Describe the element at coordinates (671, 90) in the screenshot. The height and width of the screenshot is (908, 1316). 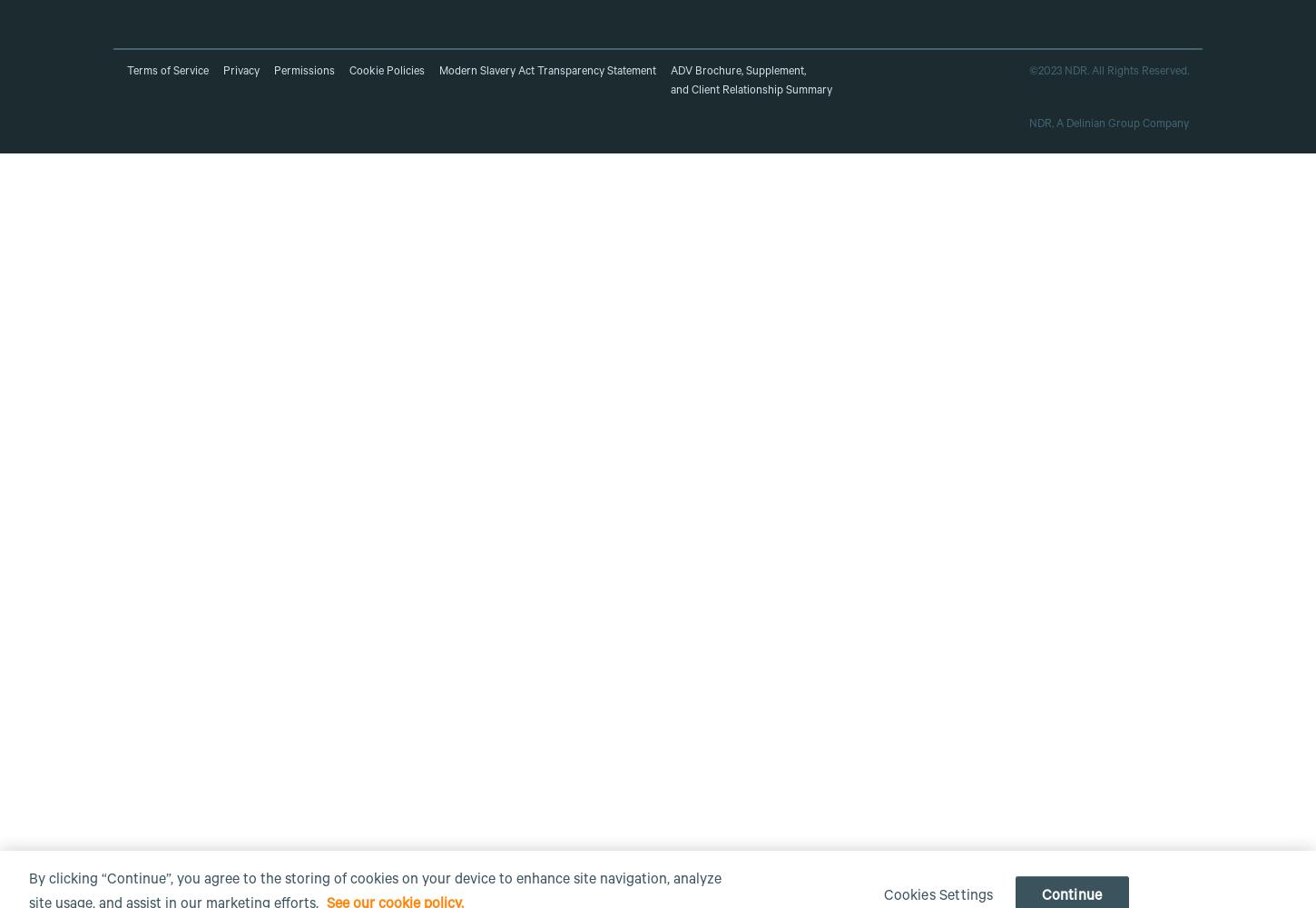
I see `'and Client Relationship Summary'` at that location.